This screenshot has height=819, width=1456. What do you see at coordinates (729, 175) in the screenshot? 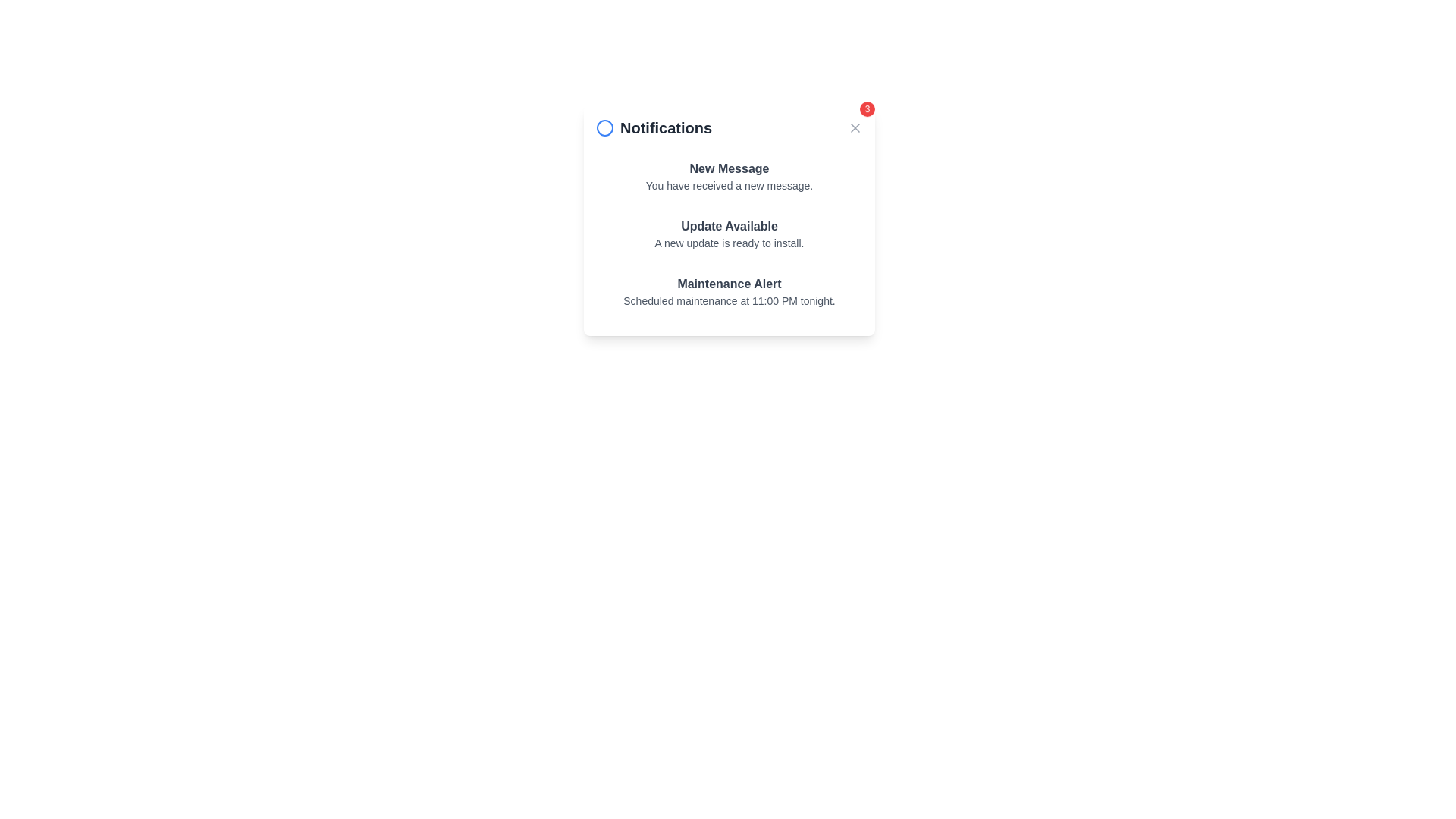
I see `the first notification item in the notification panel for accessibility navigation` at bounding box center [729, 175].